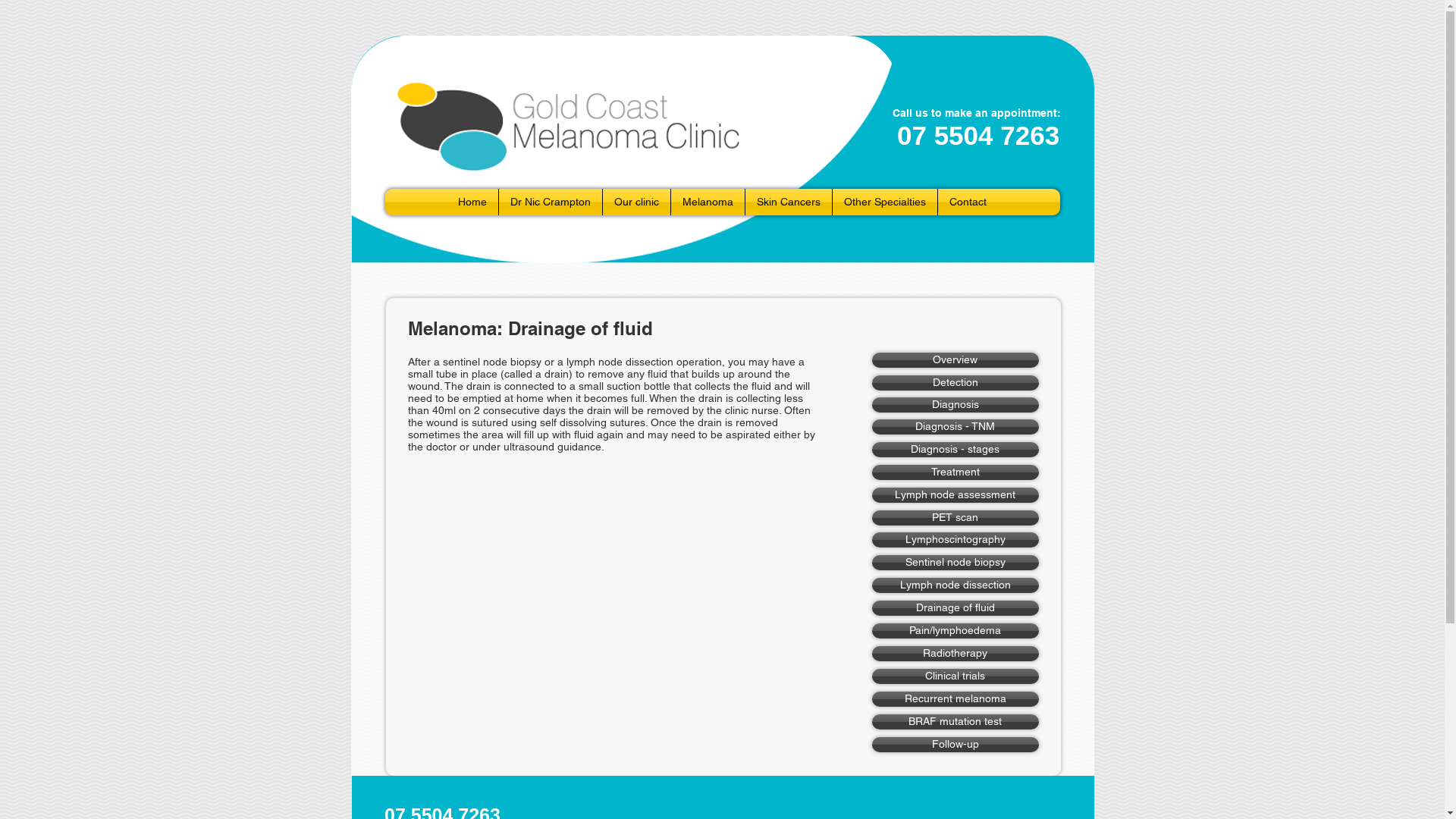 This screenshot has height=819, width=1456. I want to click on 'Drainage of fluid', so click(954, 607).